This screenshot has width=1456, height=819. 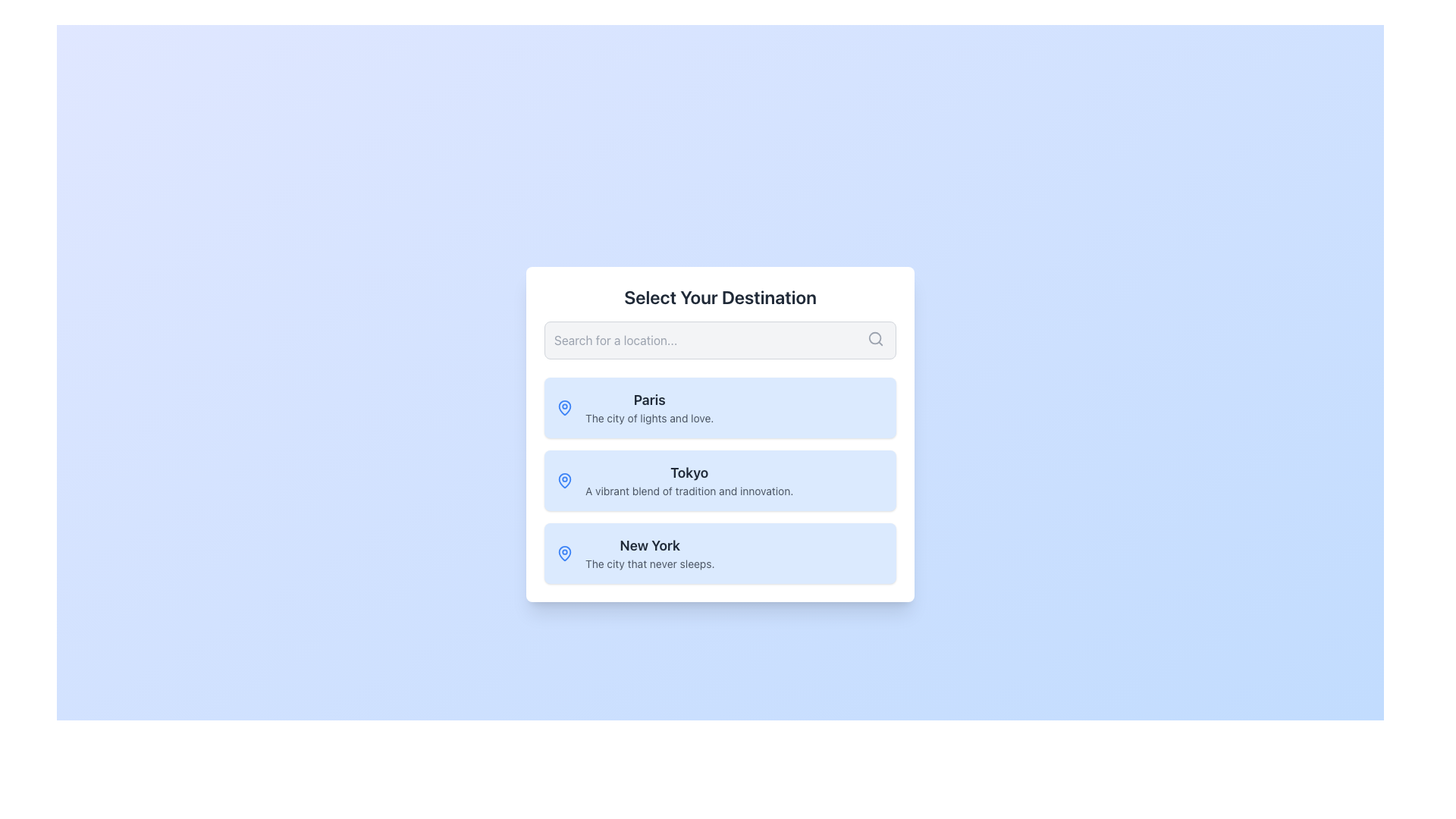 What do you see at coordinates (563, 480) in the screenshot?
I see `the blue map pin-shaped icon located to the left of the text heading 'Tokyo'` at bounding box center [563, 480].